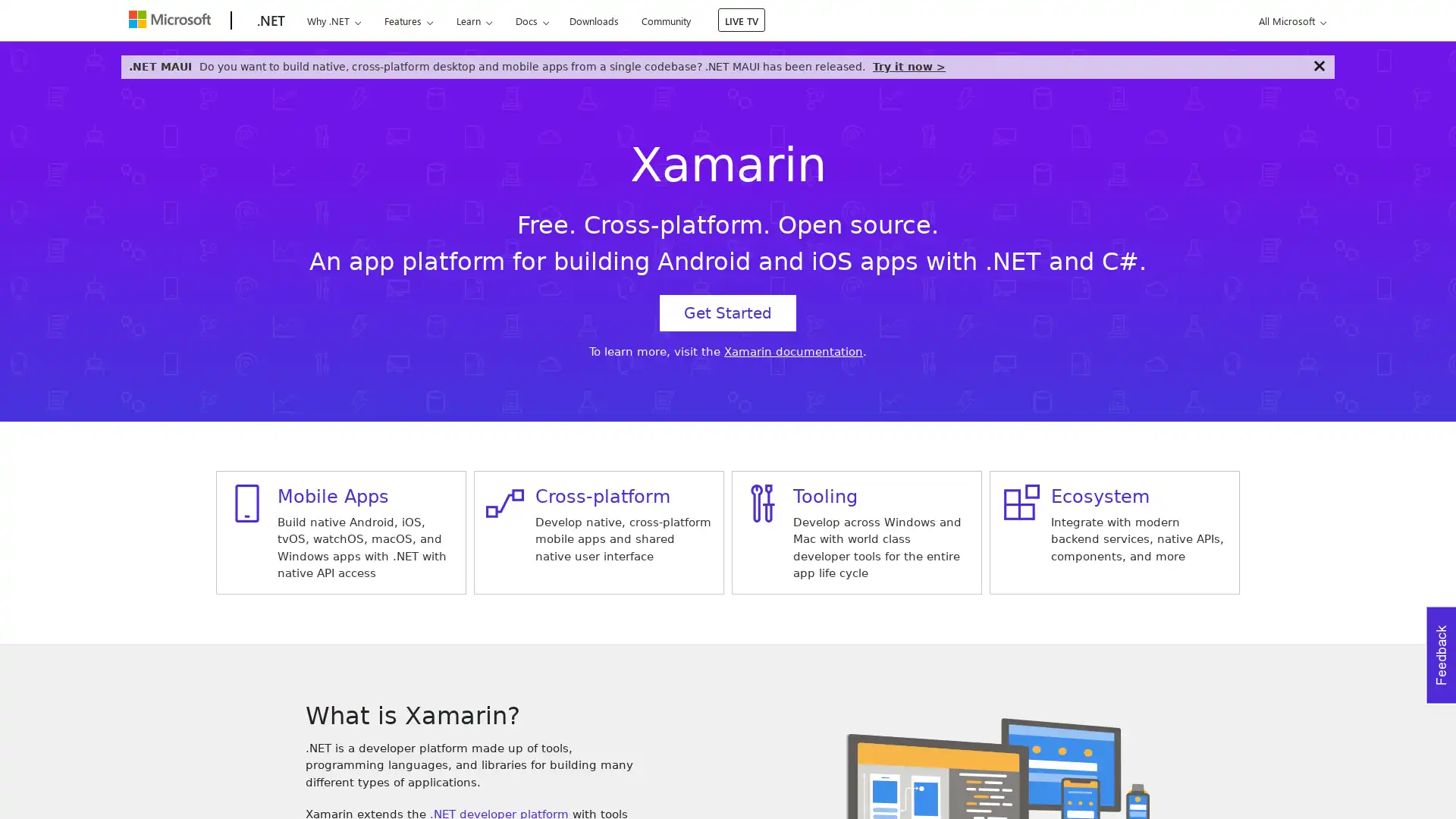  What do you see at coordinates (408, 20) in the screenshot?
I see `Features` at bounding box center [408, 20].